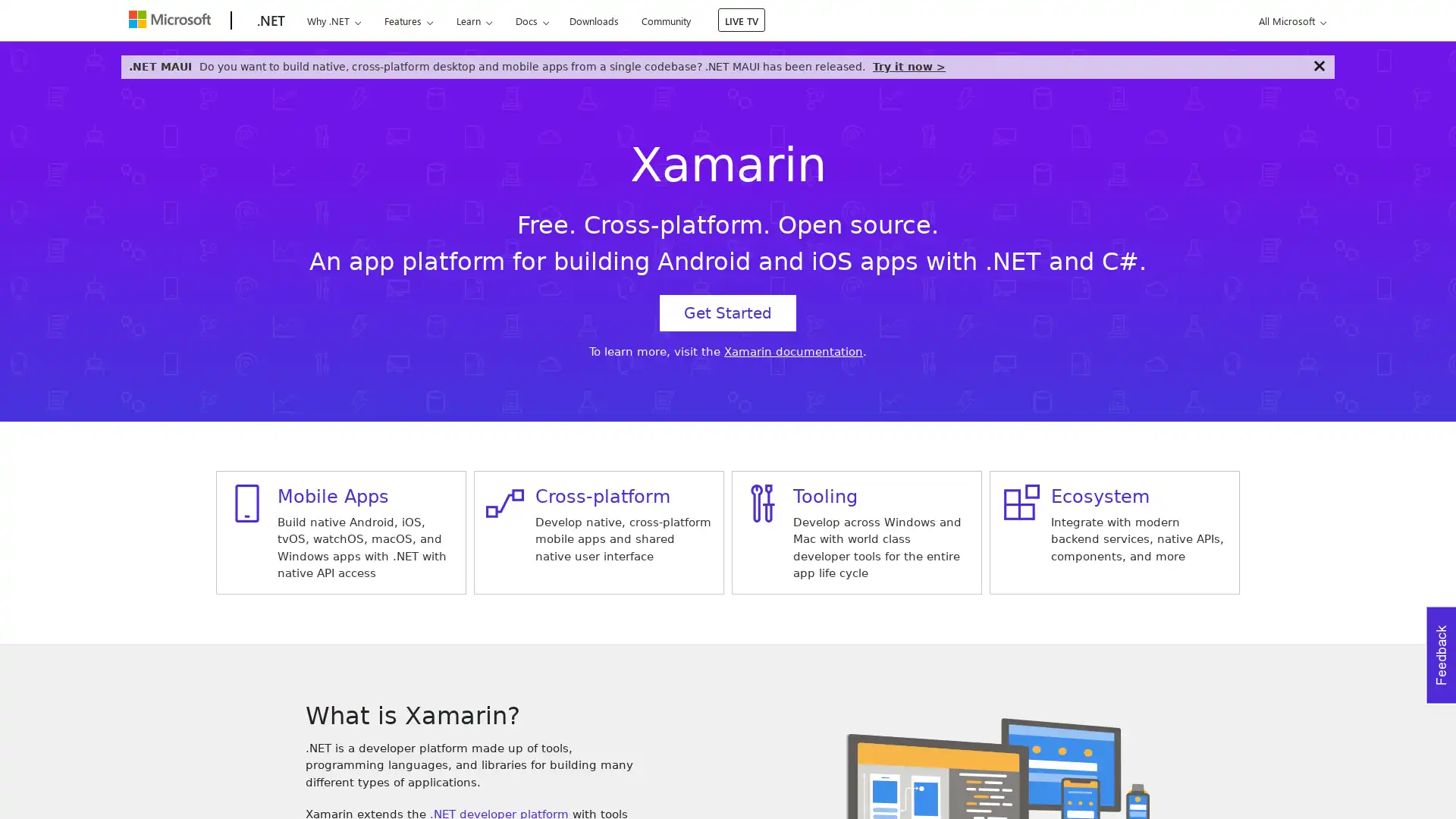  What do you see at coordinates (408, 20) in the screenshot?
I see `Features` at bounding box center [408, 20].